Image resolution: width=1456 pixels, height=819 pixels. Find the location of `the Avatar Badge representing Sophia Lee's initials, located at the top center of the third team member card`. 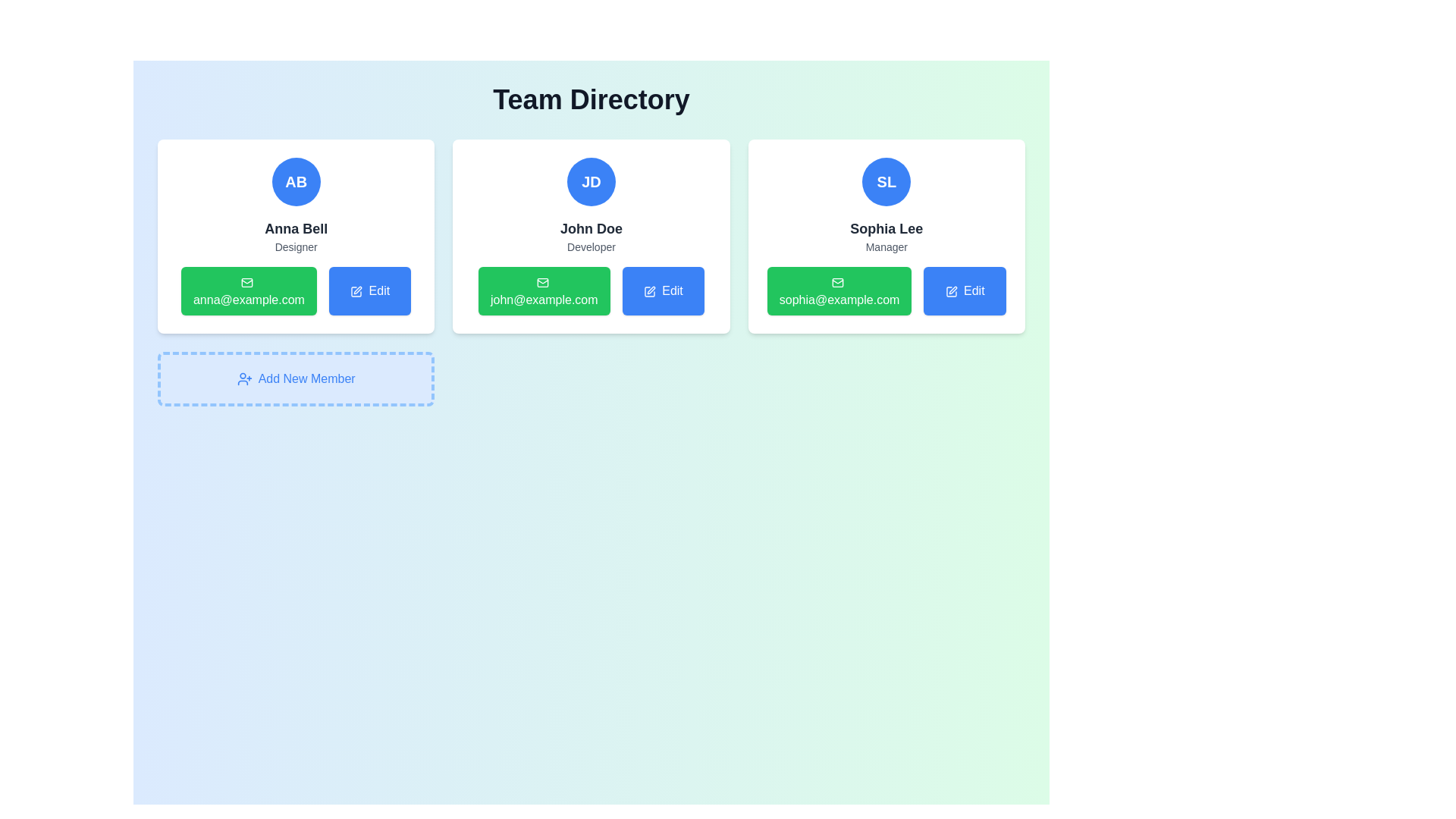

the Avatar Badge representing Sophia Lee's initials, located at the top center of the third team member card is located at coordinates (886, 180).